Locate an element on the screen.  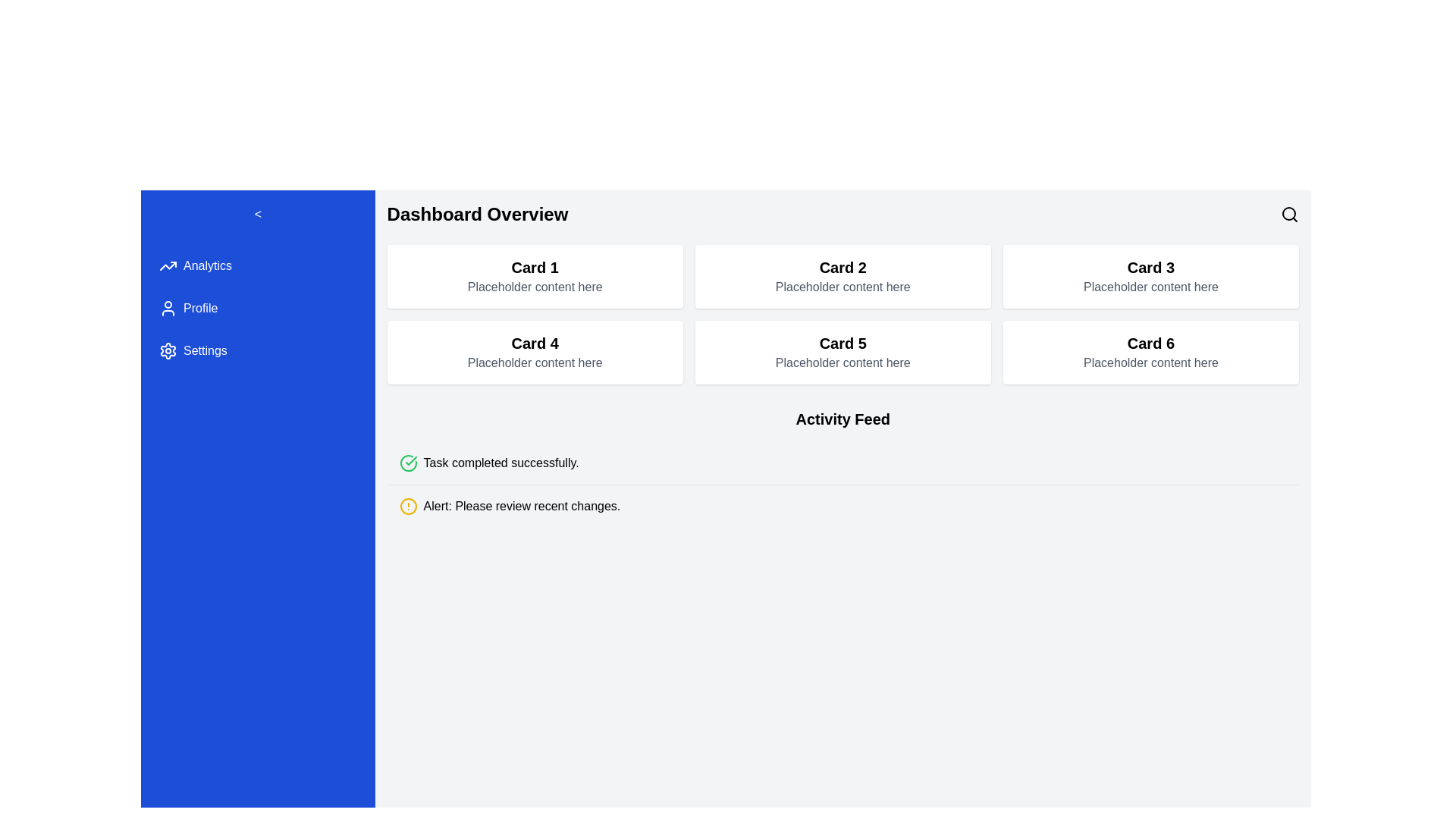
the 'Settings' navigation button located in the sidebar menu, which is the third item in the vertically stacked list of options is located at coordinates (258, 350).